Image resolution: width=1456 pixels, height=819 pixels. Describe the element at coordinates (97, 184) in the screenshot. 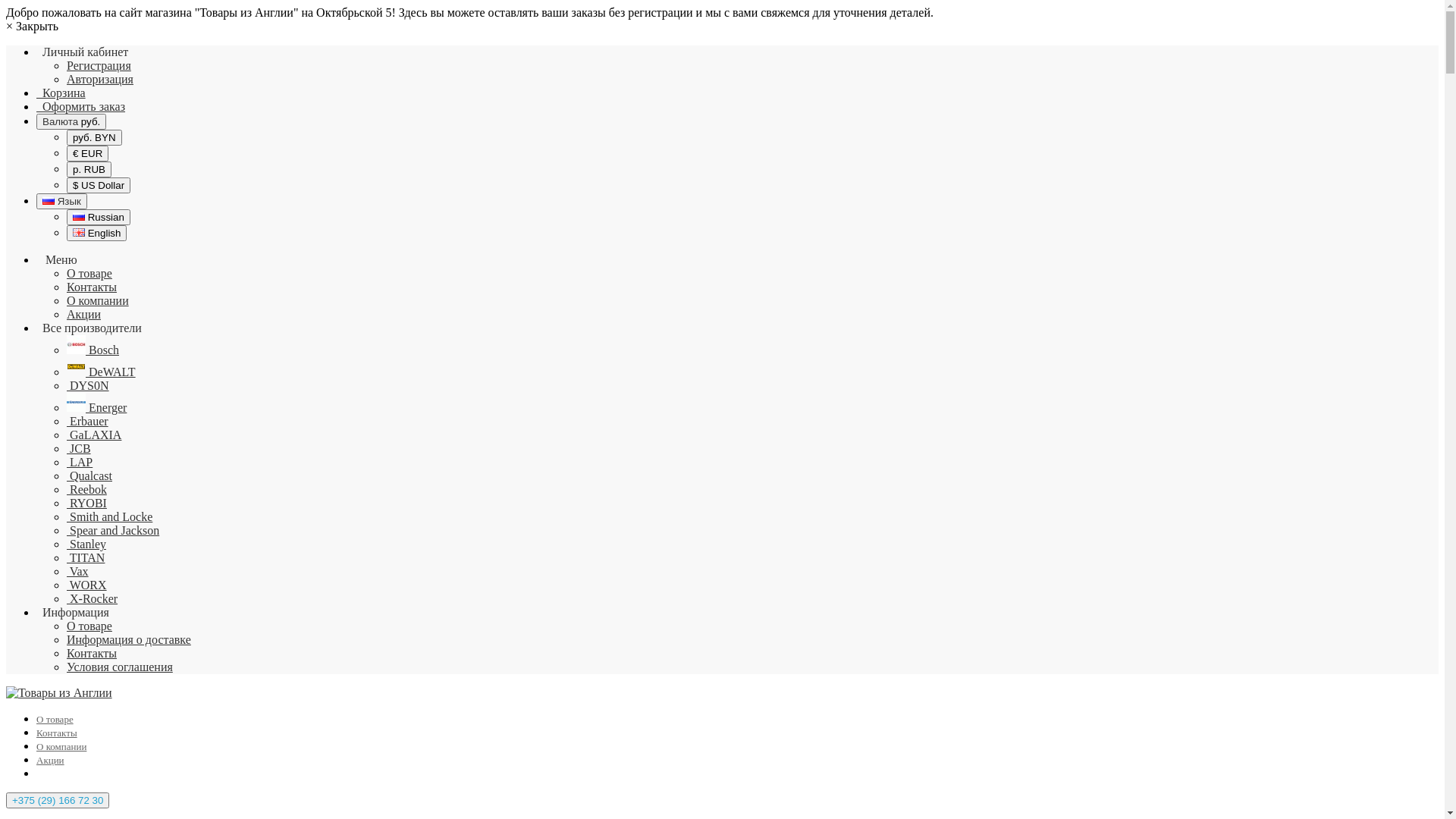

I see `'$ US Dollar'` at that location.